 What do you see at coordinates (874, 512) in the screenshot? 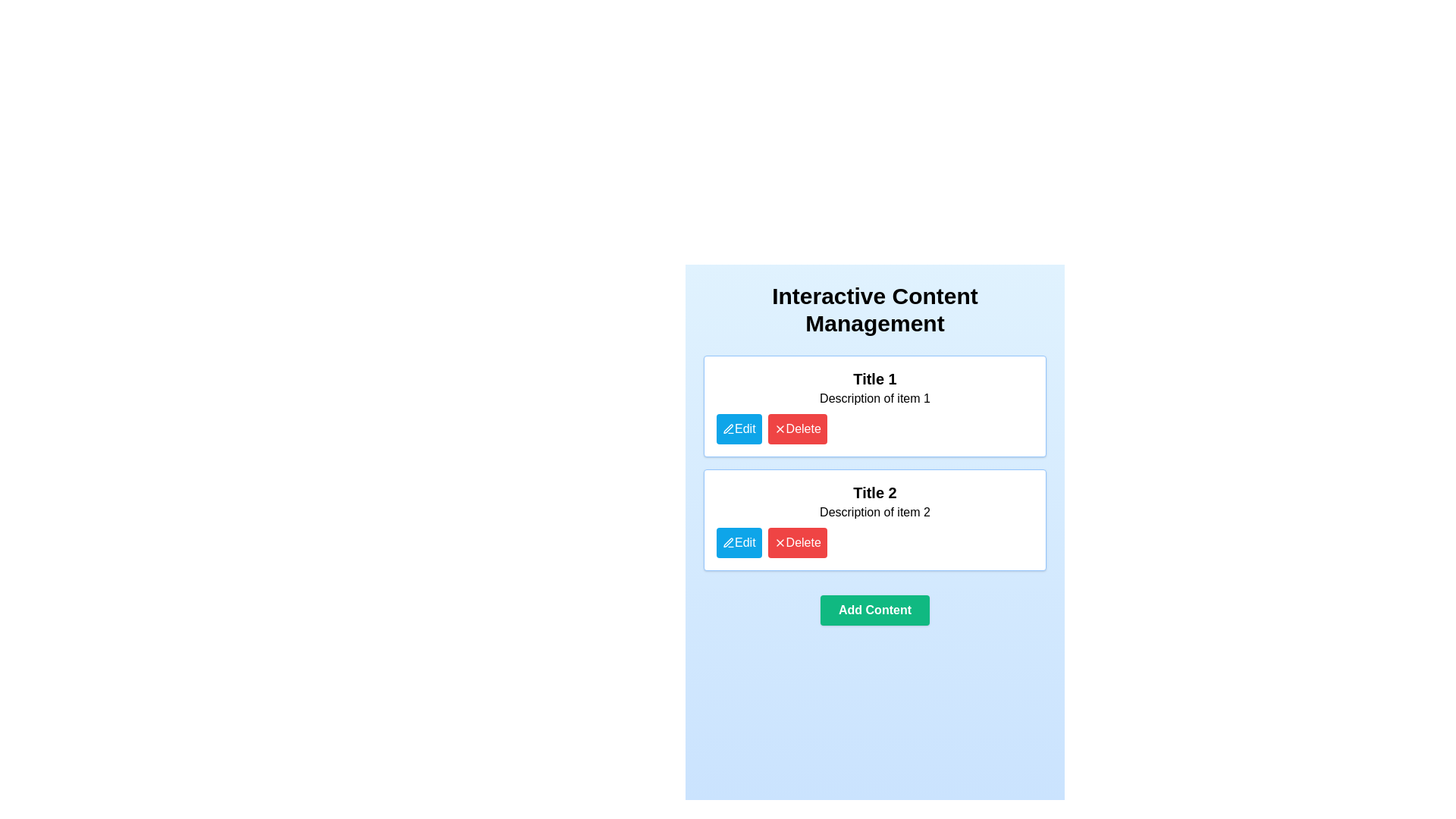
I see `the text label displaying 'Description of item 2', which is located beneath the bold title 'Title 2'` at bounding box center [874, 512].